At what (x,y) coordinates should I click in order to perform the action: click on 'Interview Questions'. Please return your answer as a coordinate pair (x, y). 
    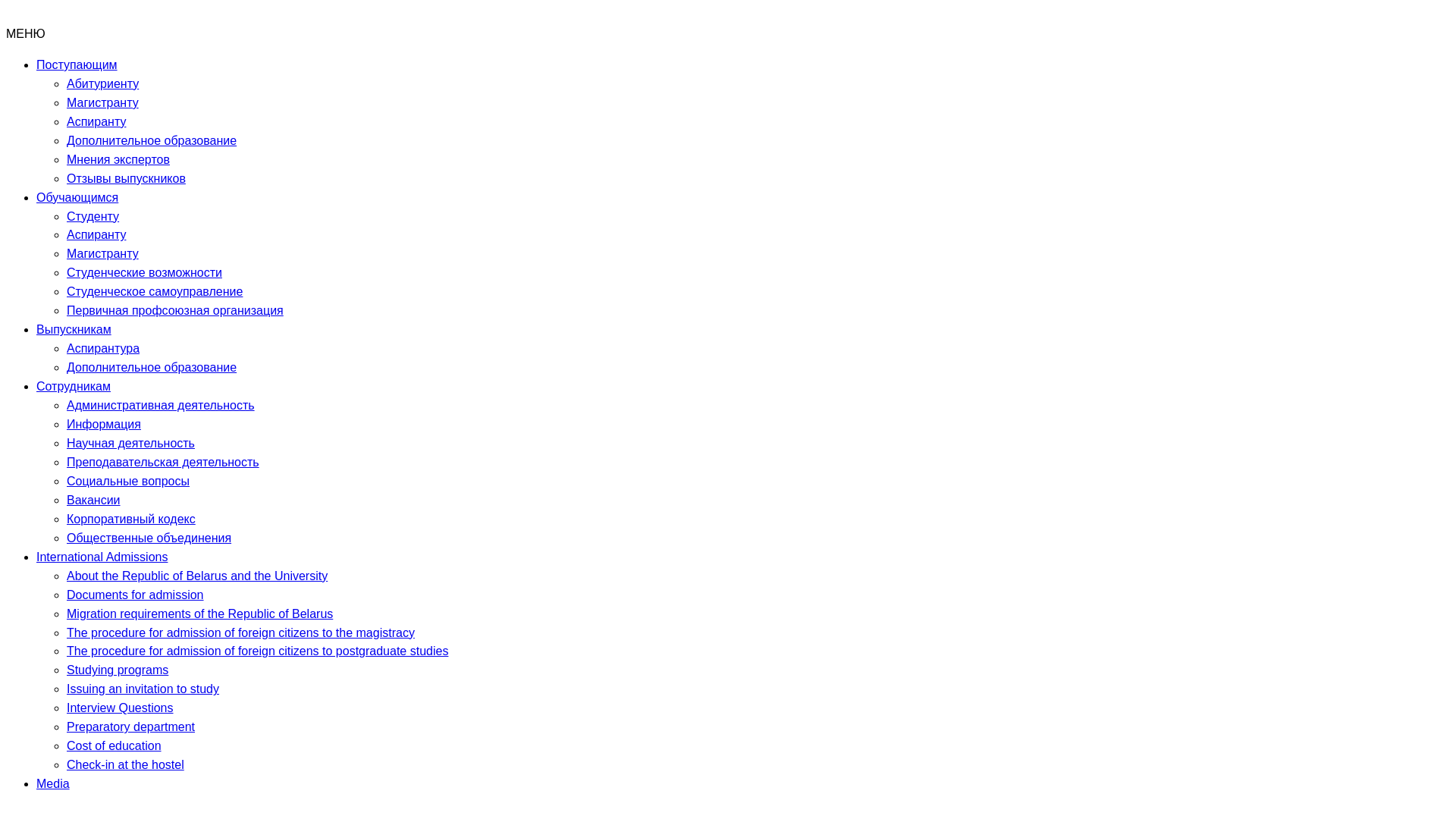
    Looking at the image, I should click on (119, 708).